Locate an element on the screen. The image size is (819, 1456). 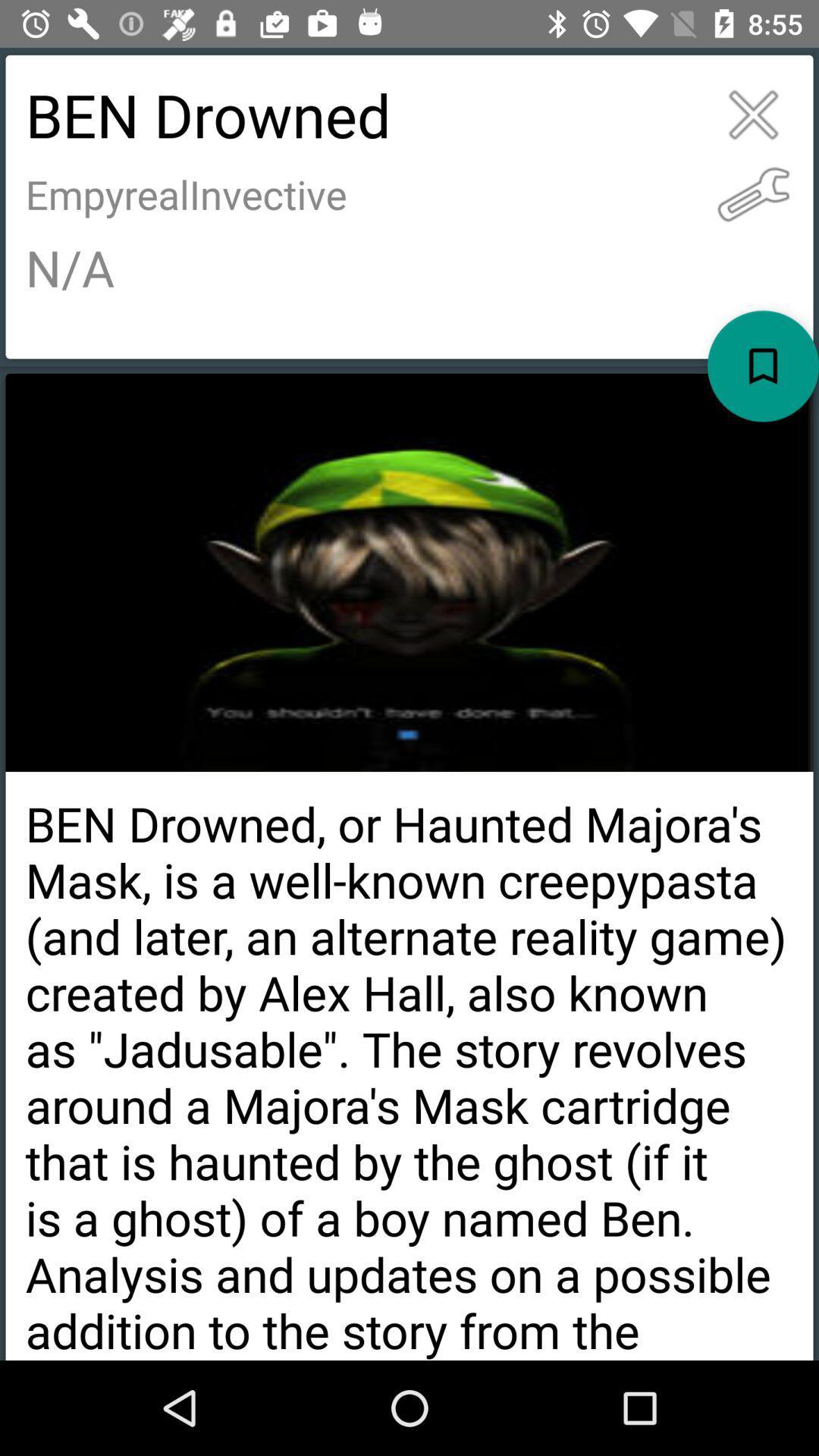
bookmark the article is located at coordinates (763, 366).